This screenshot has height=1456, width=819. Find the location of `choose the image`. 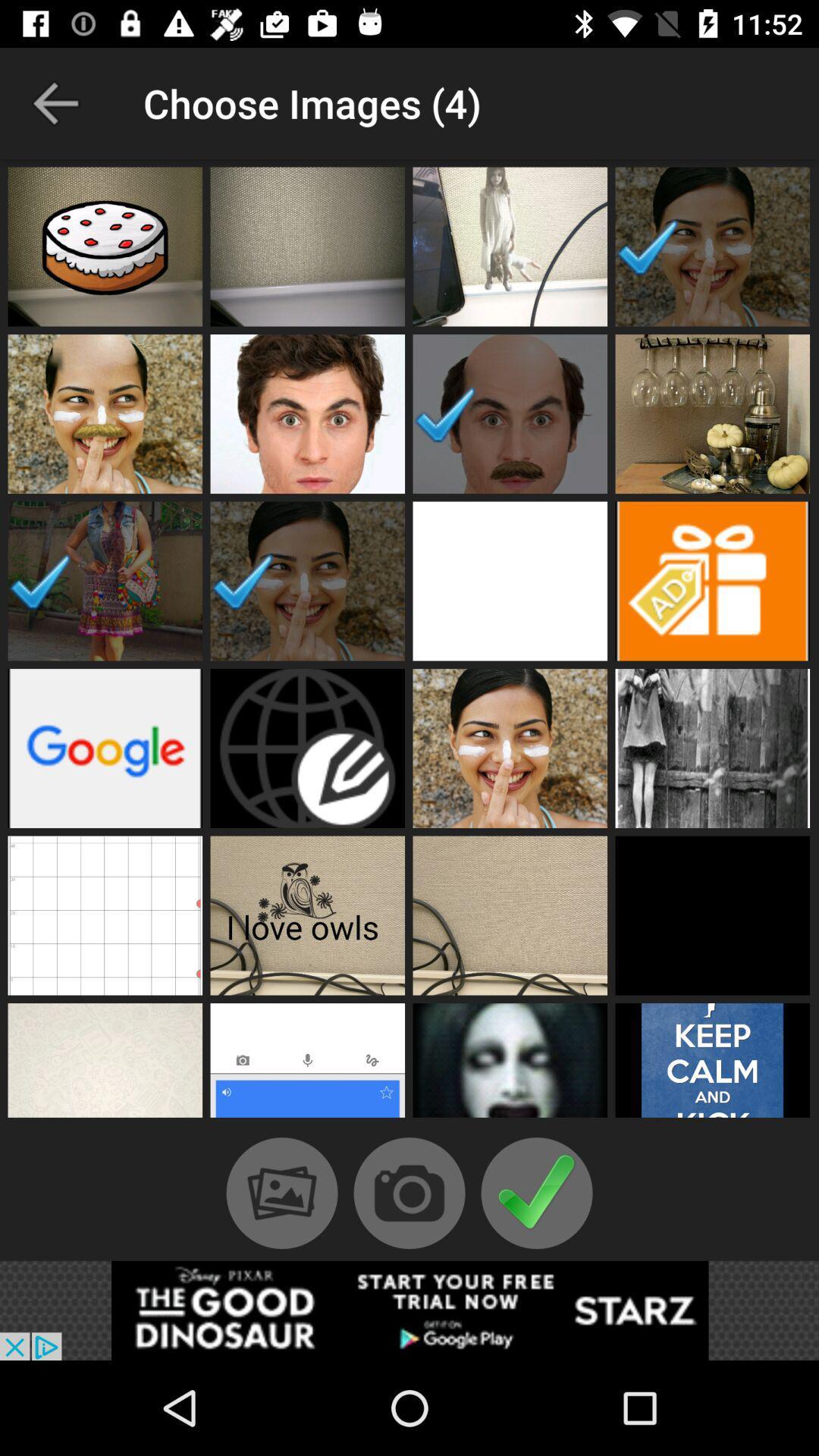

choose the image is located at coordinates (712, 1063).